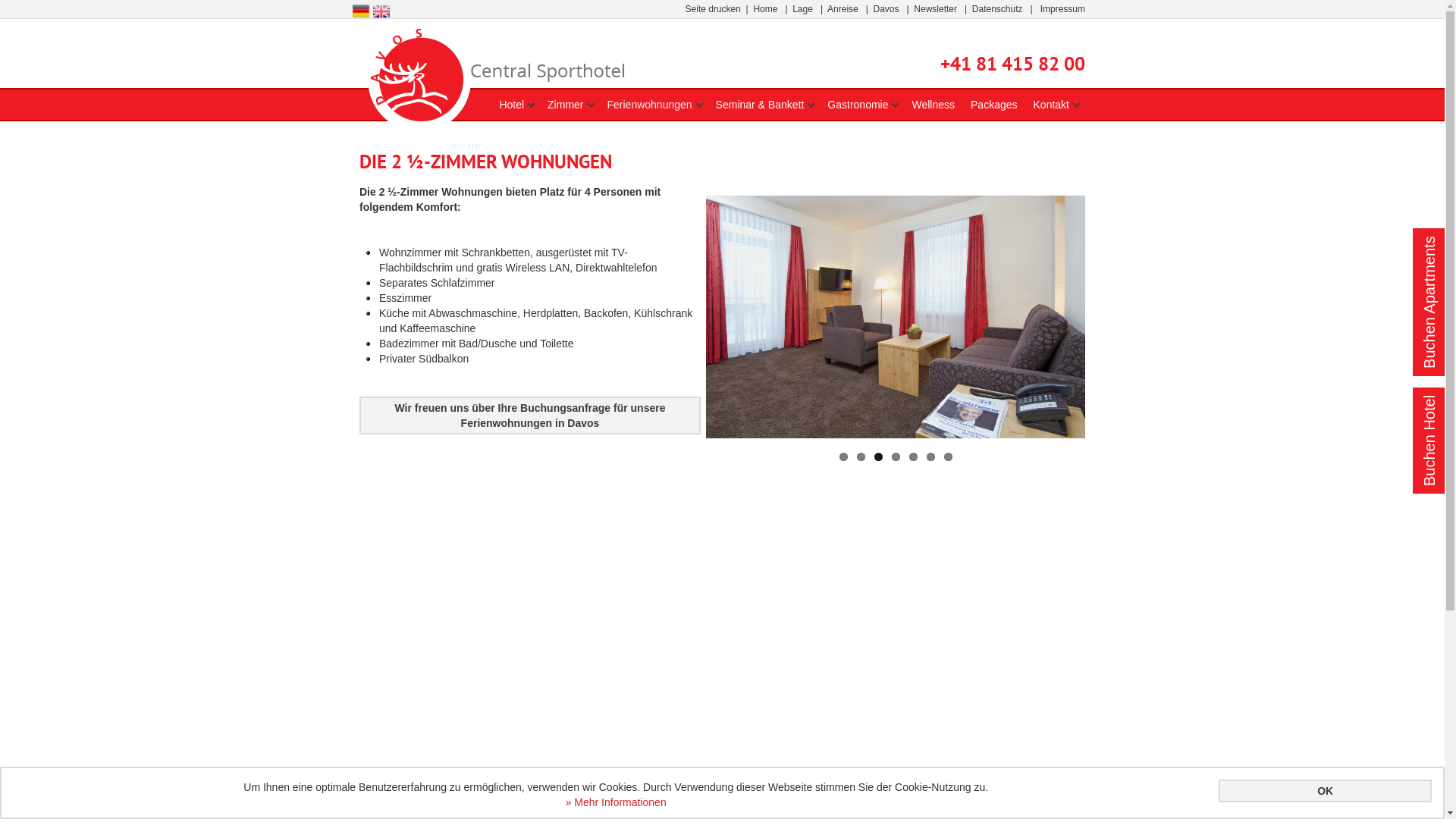 This screenshot has height=819, width=1456. What do you see at coordinates (792, 8) in the screenshot?
I see `'Lage'` at bounding box center [792, 8].